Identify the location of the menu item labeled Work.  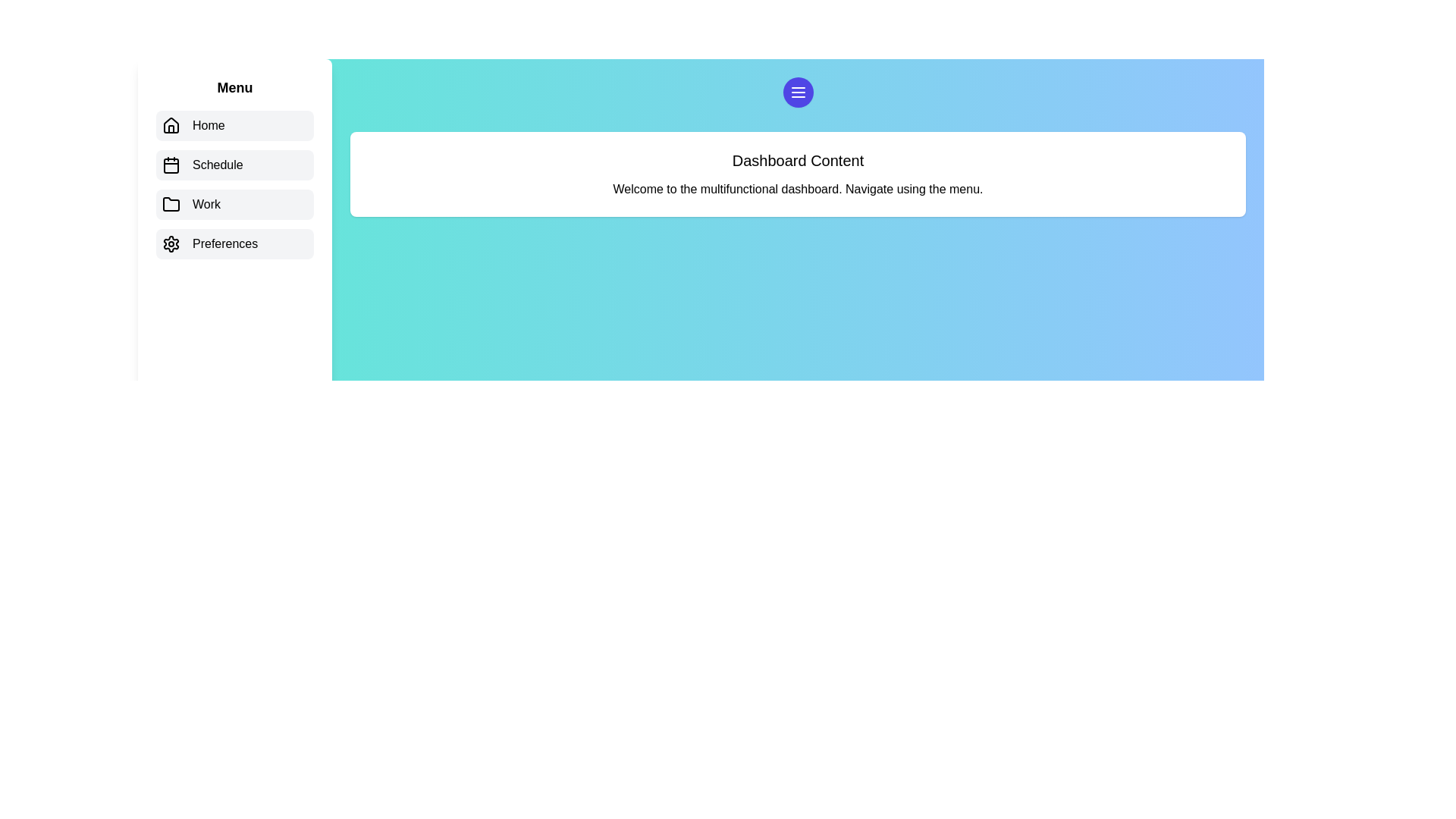
(234, 205).